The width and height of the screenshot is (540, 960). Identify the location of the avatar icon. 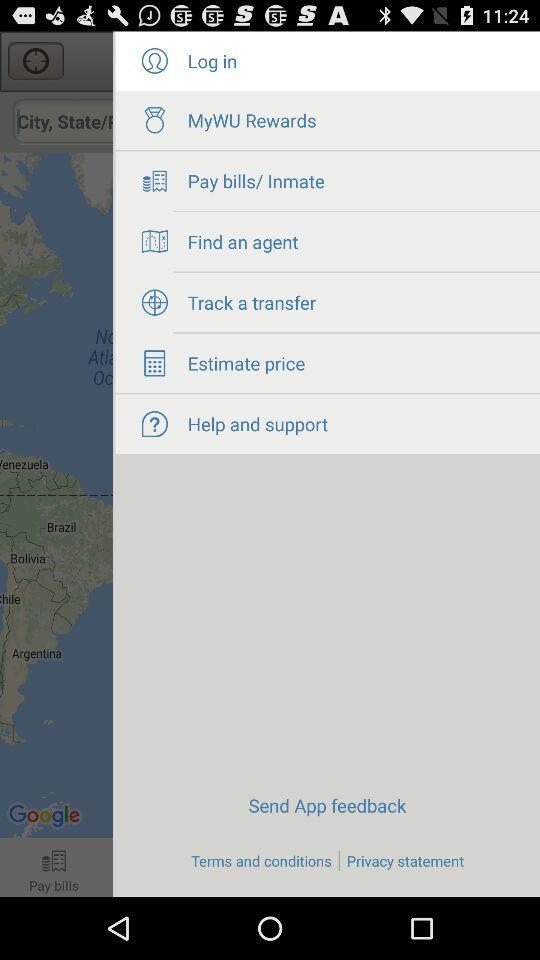
(153, 65).